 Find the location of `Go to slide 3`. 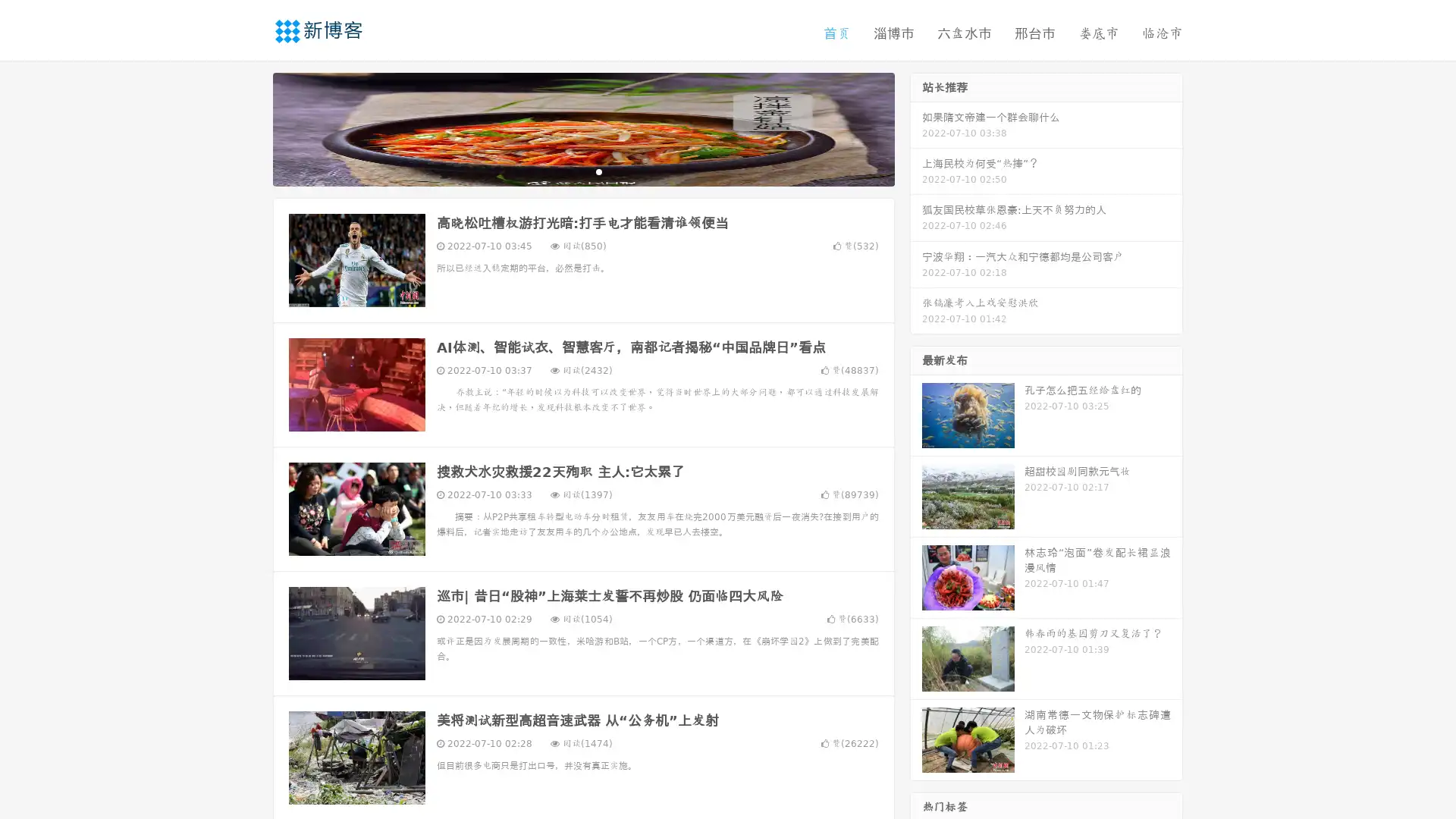

Go to slide 3 is located at coordinates (598, 171).